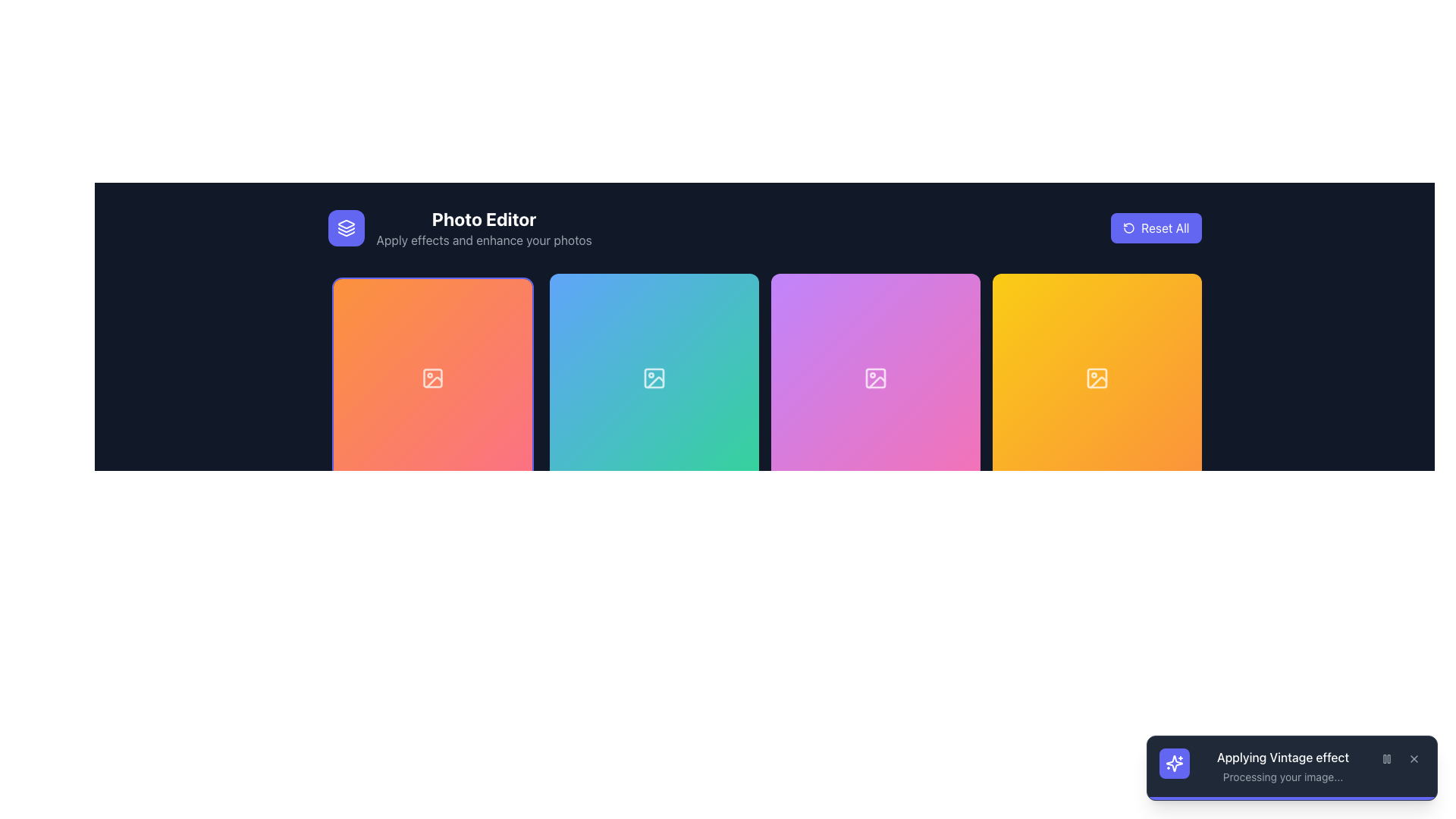  Describe the element at coordinates (1097, 377) in the screenshot. I see `the icon representing an image or picture located in the fourth square of a row of four squares` at that location.